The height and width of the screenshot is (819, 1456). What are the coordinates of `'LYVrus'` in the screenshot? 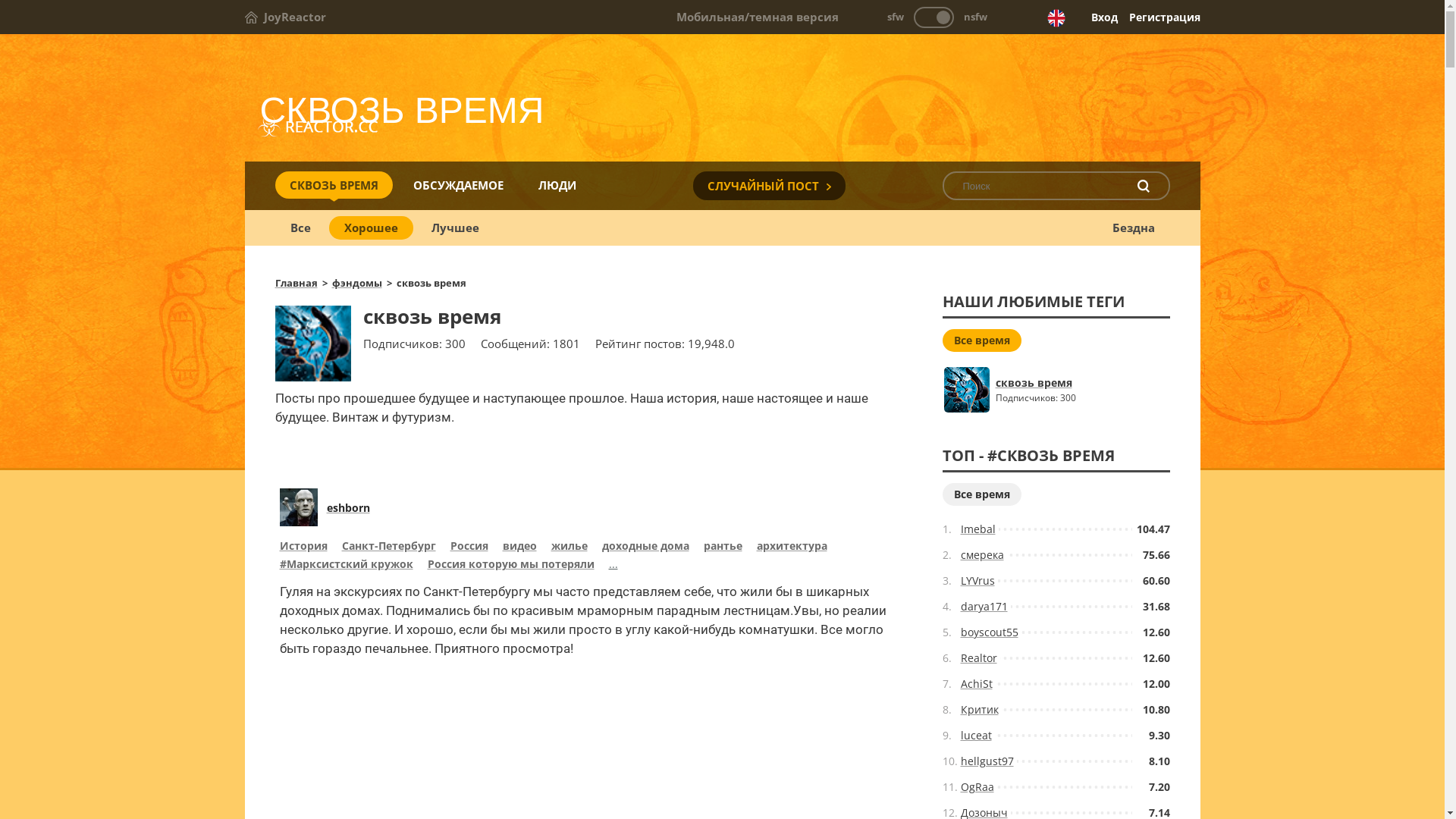 It's located at (977, 580).